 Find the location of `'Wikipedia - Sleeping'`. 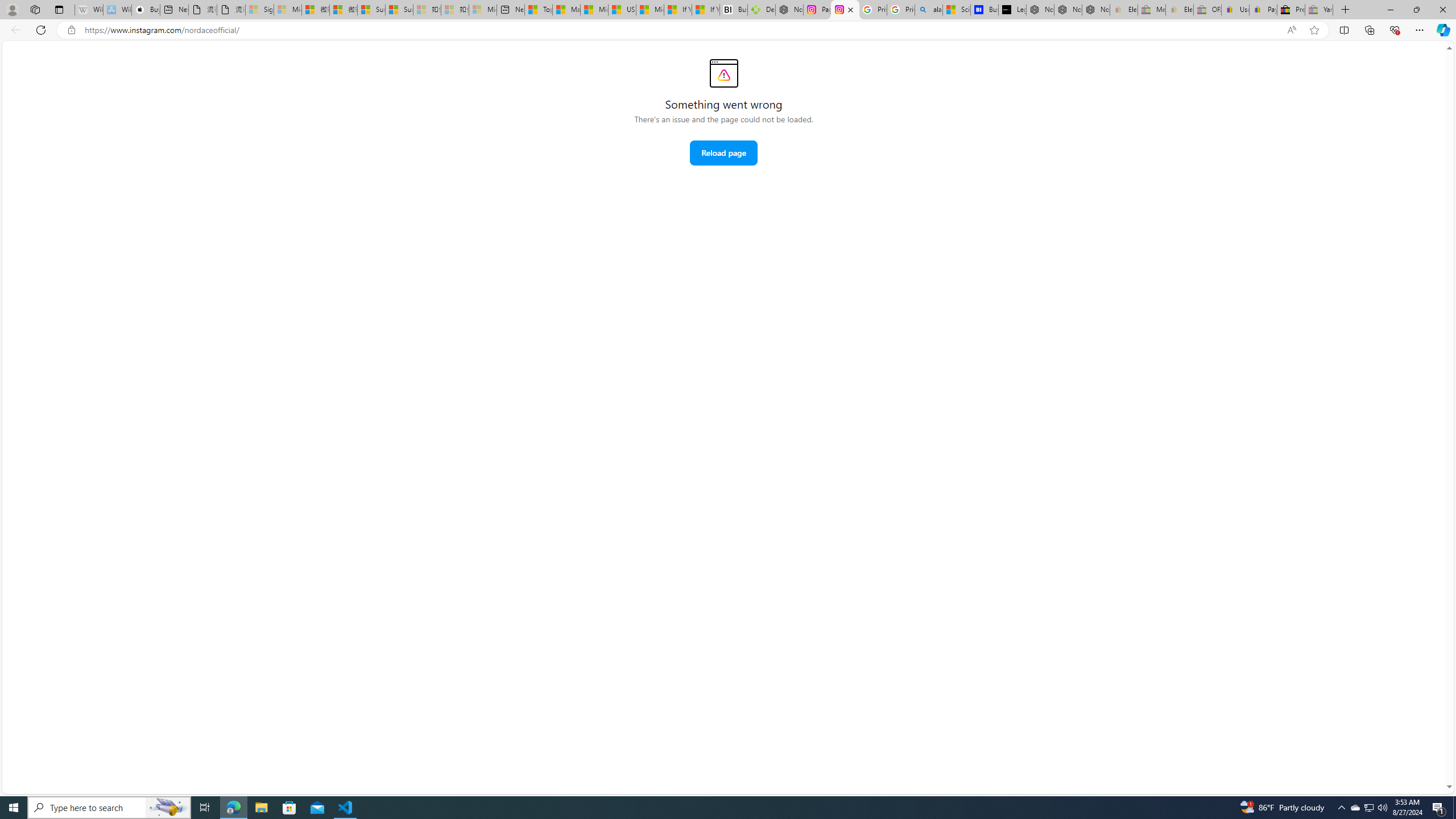

'Wikipedia - Sleeping' is located at coordinates (88, 9).